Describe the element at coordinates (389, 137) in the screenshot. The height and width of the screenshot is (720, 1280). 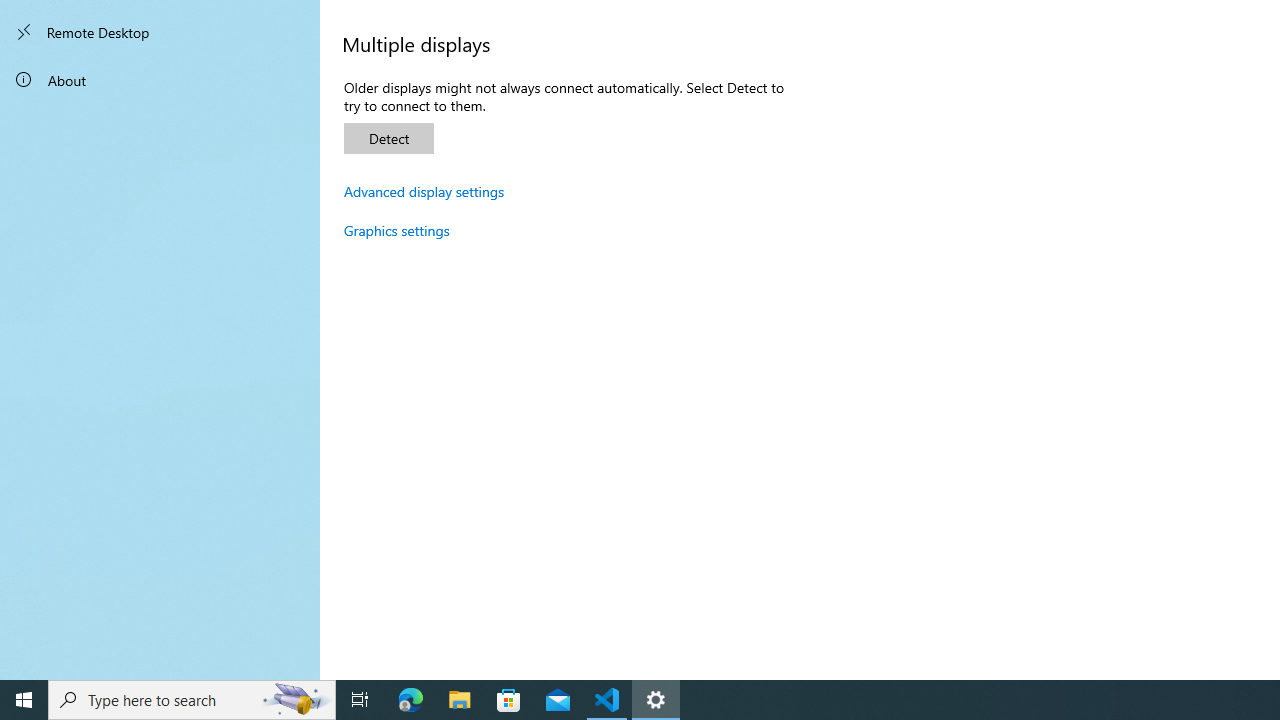
I see `'Detect'` at that location.